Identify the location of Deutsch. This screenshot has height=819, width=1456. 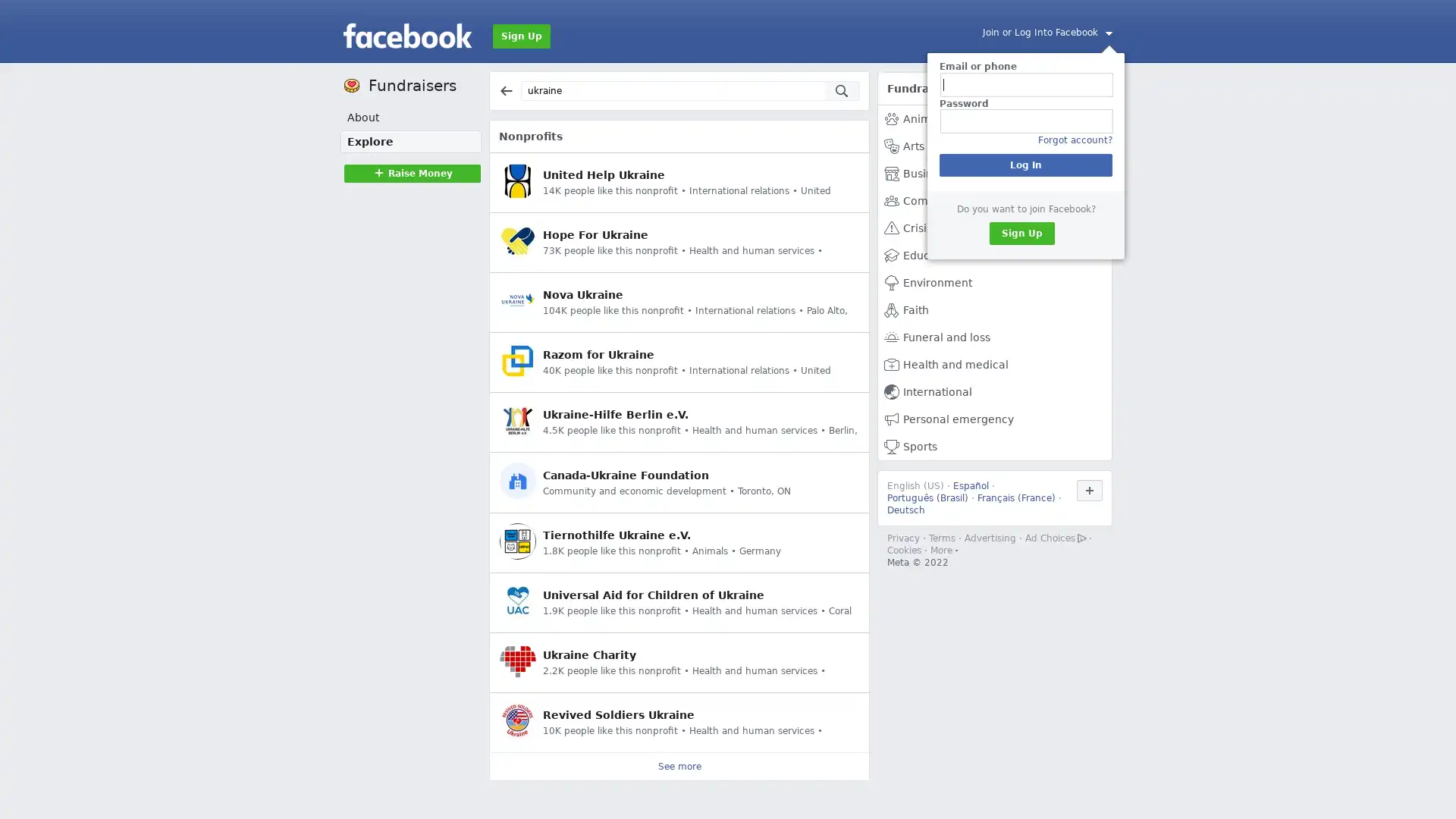
(906, 510).